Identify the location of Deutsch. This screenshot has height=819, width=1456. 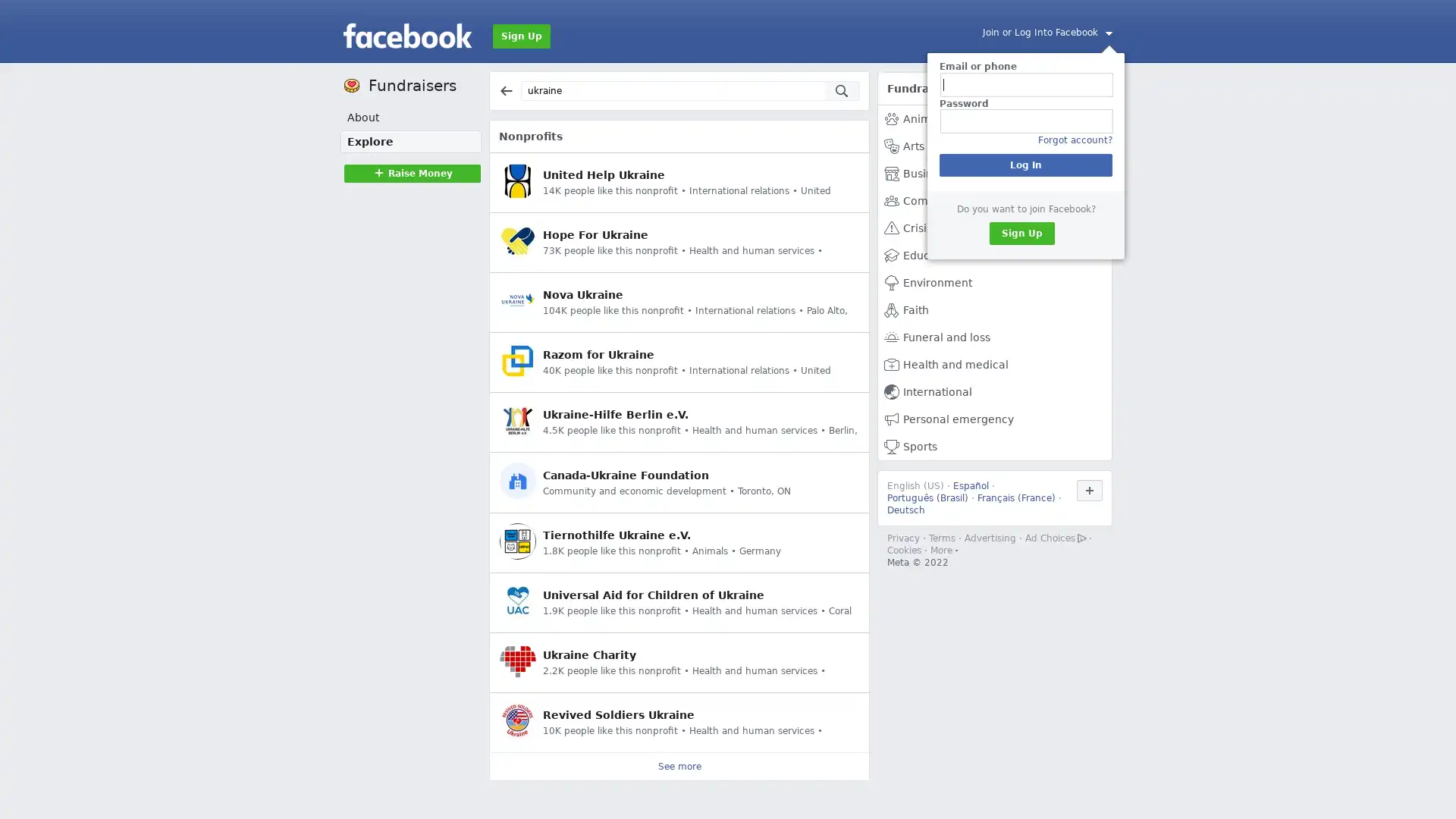
(906, 510).